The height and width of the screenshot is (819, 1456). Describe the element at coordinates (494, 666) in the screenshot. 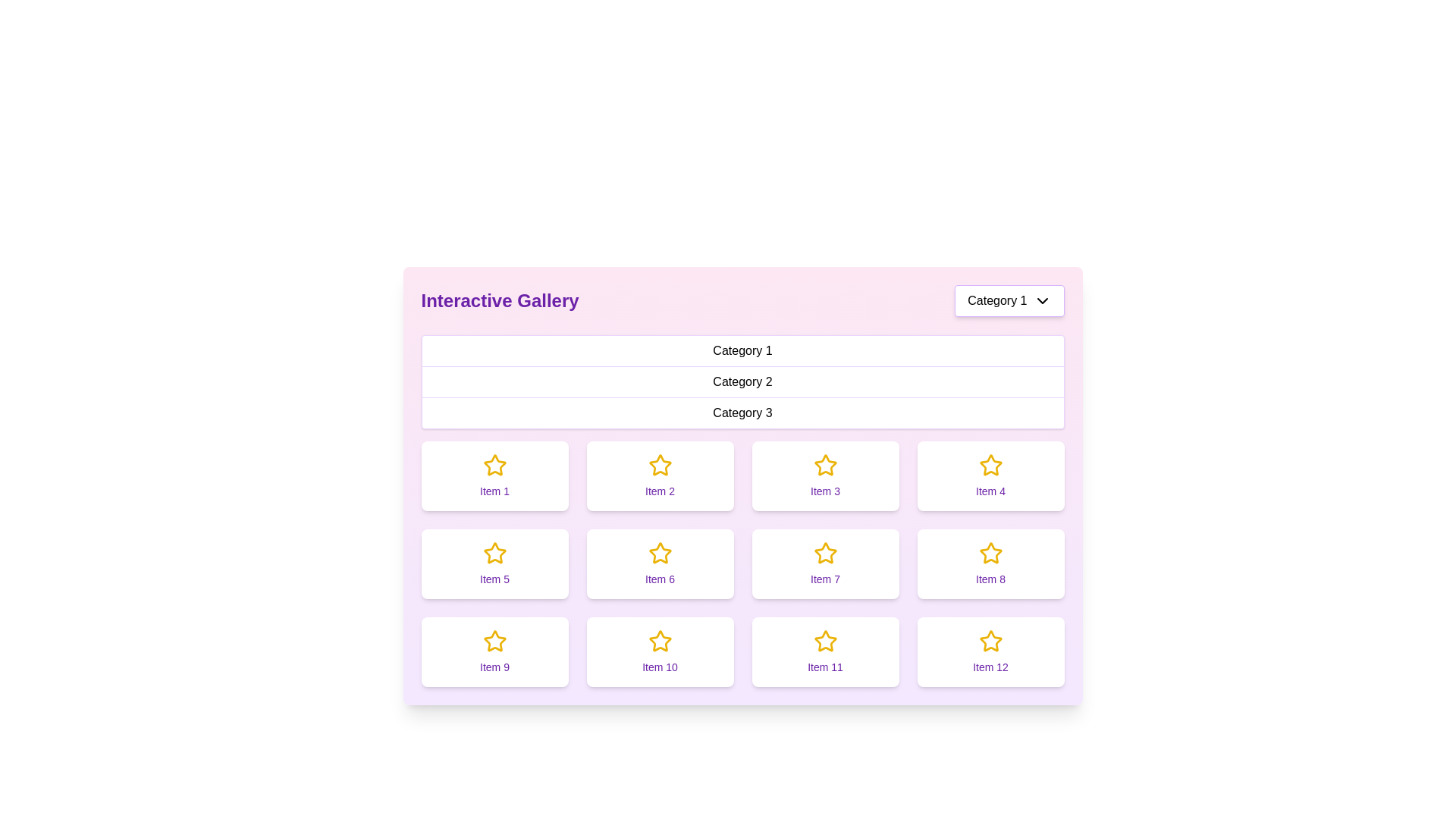

I see `the text label displaying 'Item 9' styled with a medium-sized font and purple color, located below a yellow star icon in the ninth tile of a grid layout` at that location.